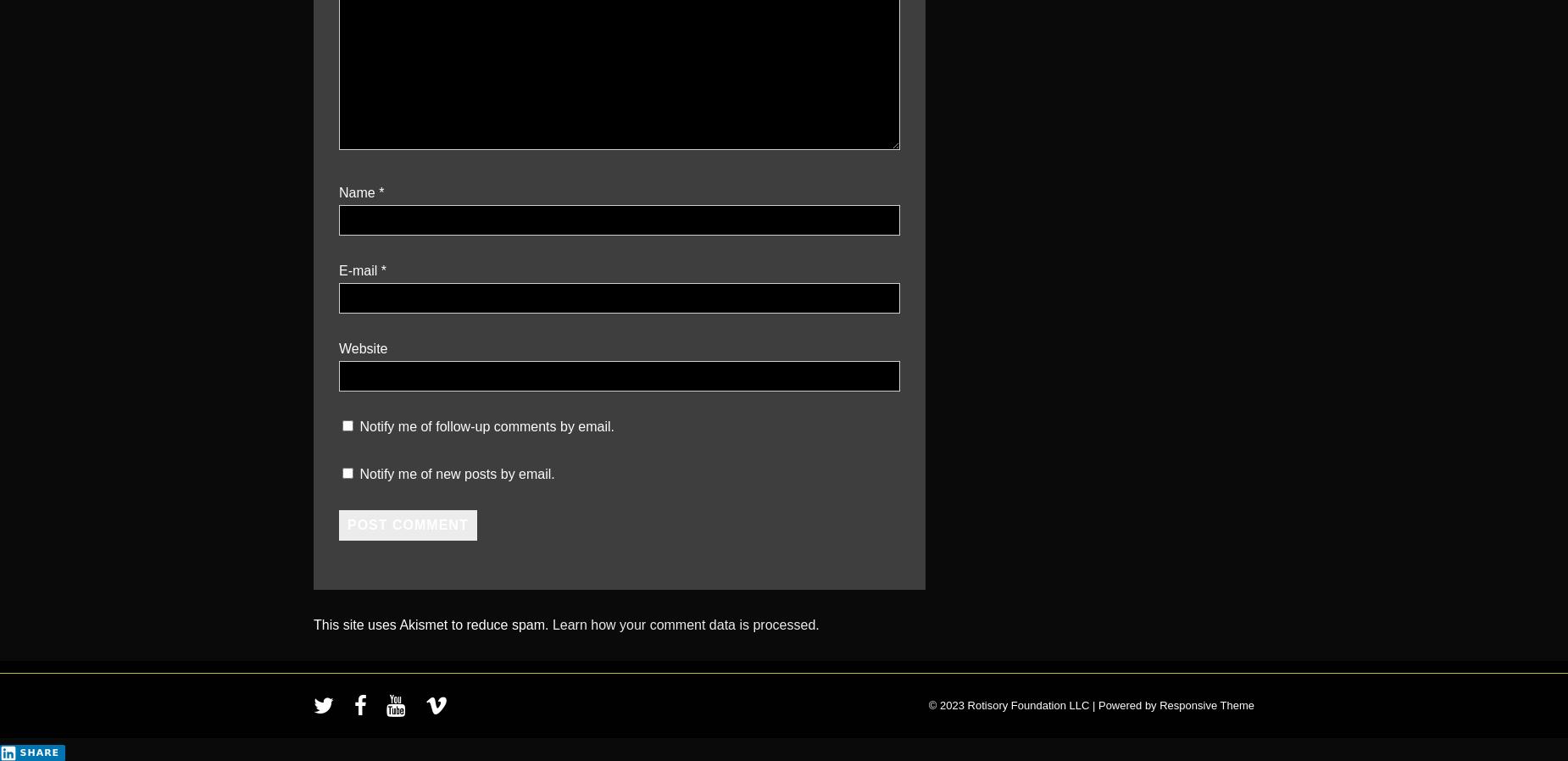  I want to click on 'This site uses Akismet to reduce spam.', so click(432, 624).